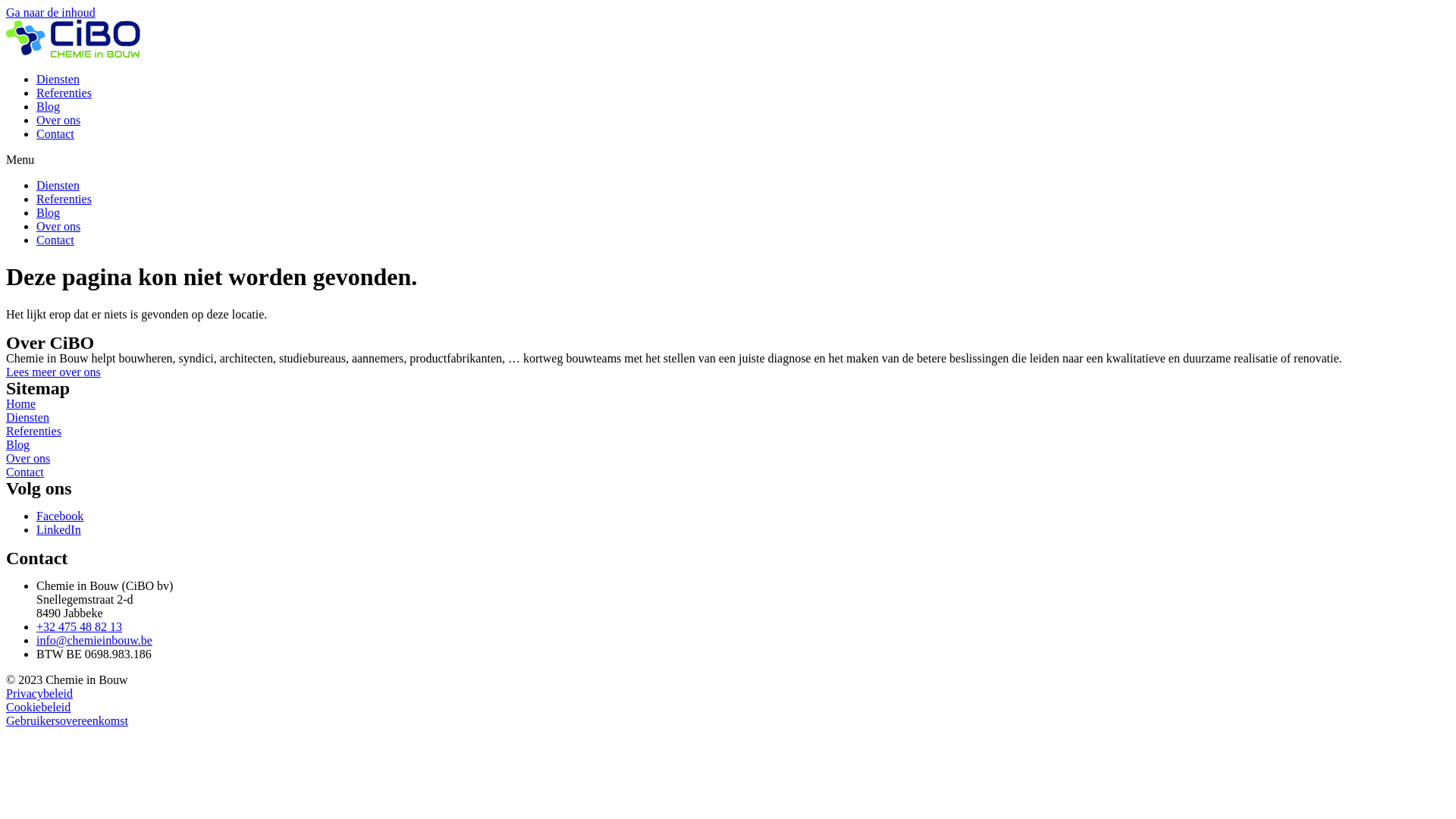 This screenshot has height=819, width=1456. Describe the element at coordinates (66, 720) in the screenshot. I see `'Gebruikersovereenkomst'` at that location.